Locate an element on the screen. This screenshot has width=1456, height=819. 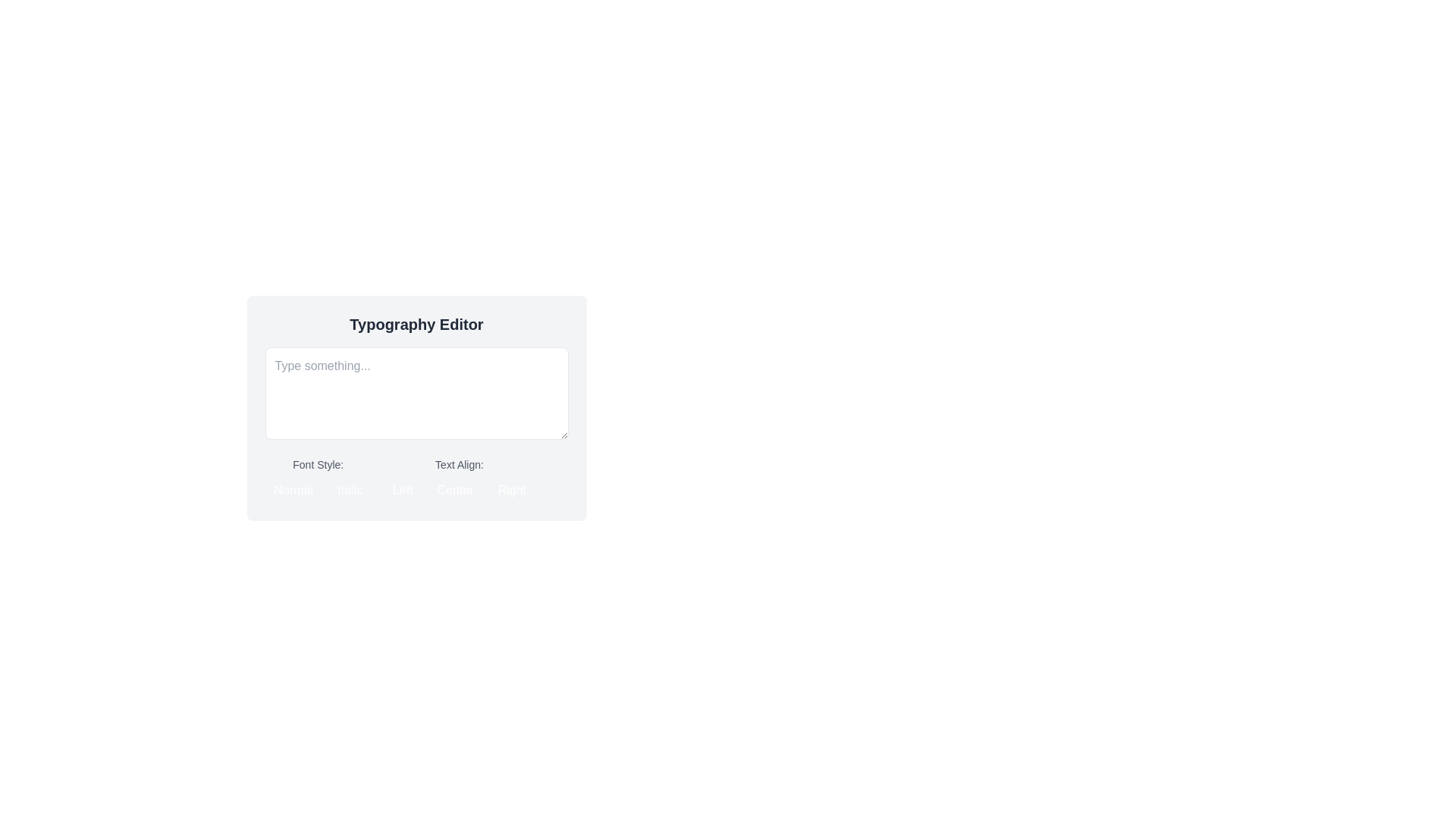
the toggle-style button group containing 'Normal' and 'Italic' buttons located in the 'Font Style:' section to trigger tooltips or styling effects is located at coordinates (317, 491).